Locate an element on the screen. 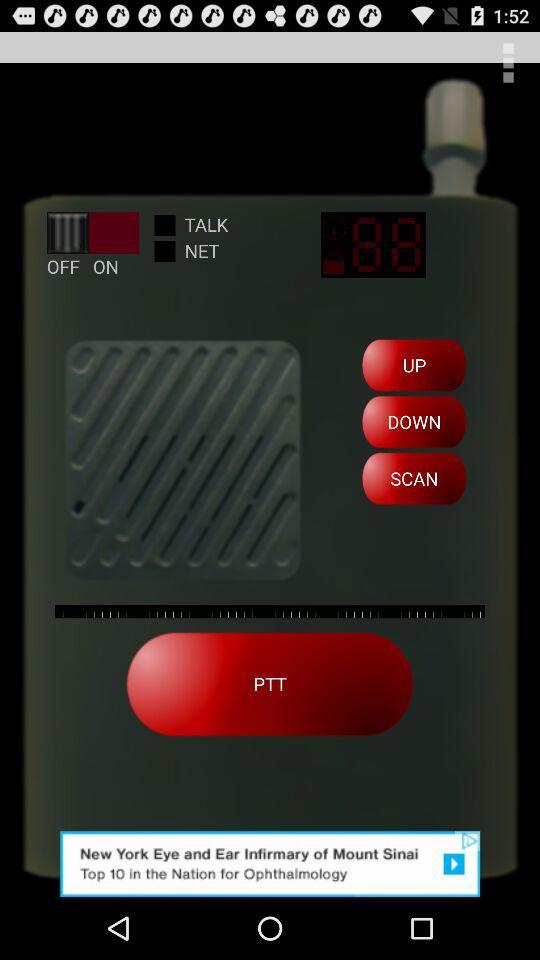 The image size is (540, 960). menu page is located at coordinates (508, 62).